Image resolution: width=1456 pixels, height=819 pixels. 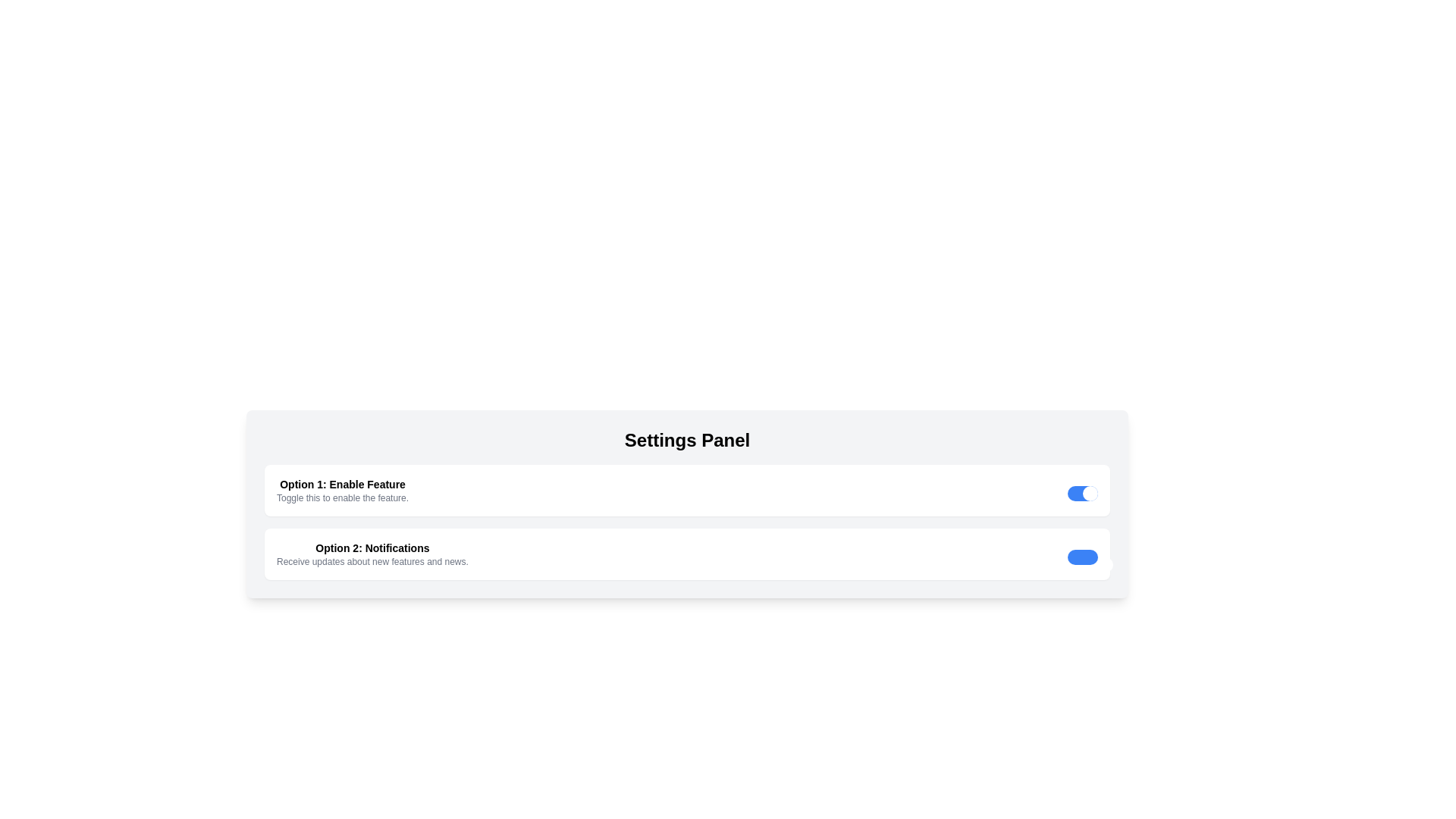 What do you see at coordinates (372, 554) in the screenshot?
I see `the Text Block that reads 'Option 2: Notifications' and contains the smaller gray text about receiving updates` at bounding box center [372, 554].